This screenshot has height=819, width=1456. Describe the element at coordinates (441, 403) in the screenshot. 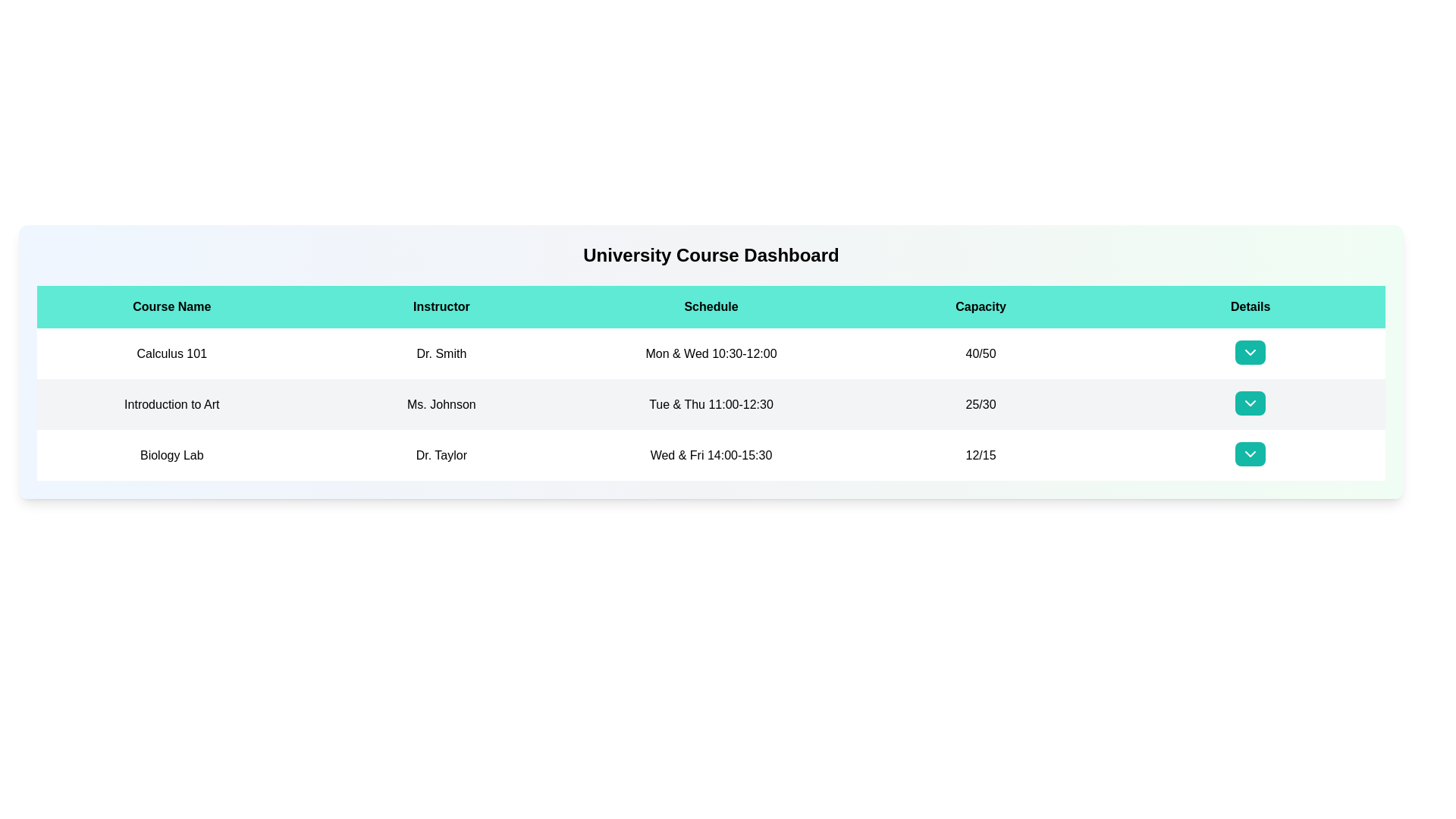

I see `text label that informs the user about the instructor associated with the 'Introduction to Art' course, located in the second cell of the second row under the 'Instructor' column` at that location.